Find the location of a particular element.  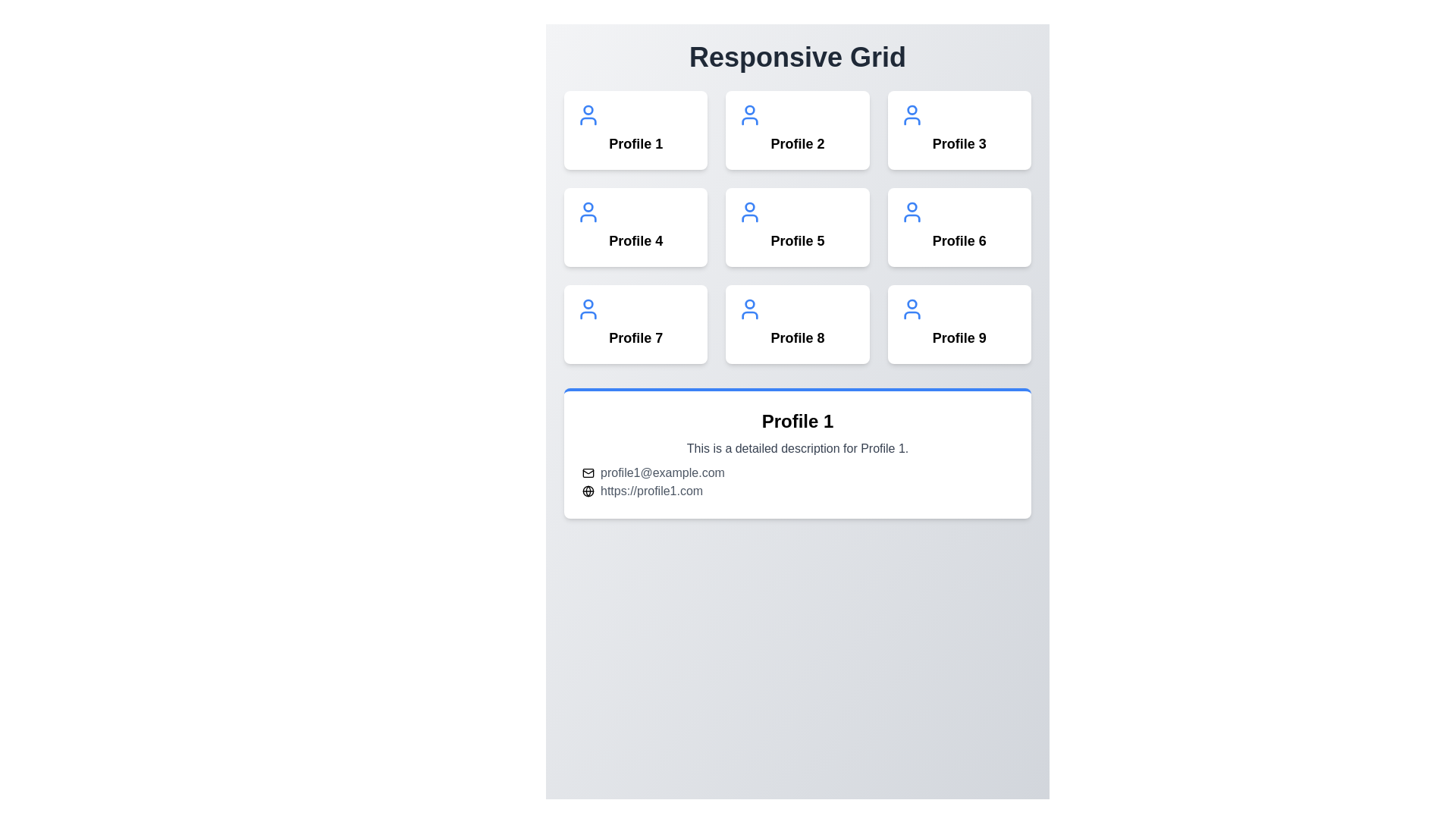

the 7th card representing 'Profile 7' is located at coordinates (635, 324).